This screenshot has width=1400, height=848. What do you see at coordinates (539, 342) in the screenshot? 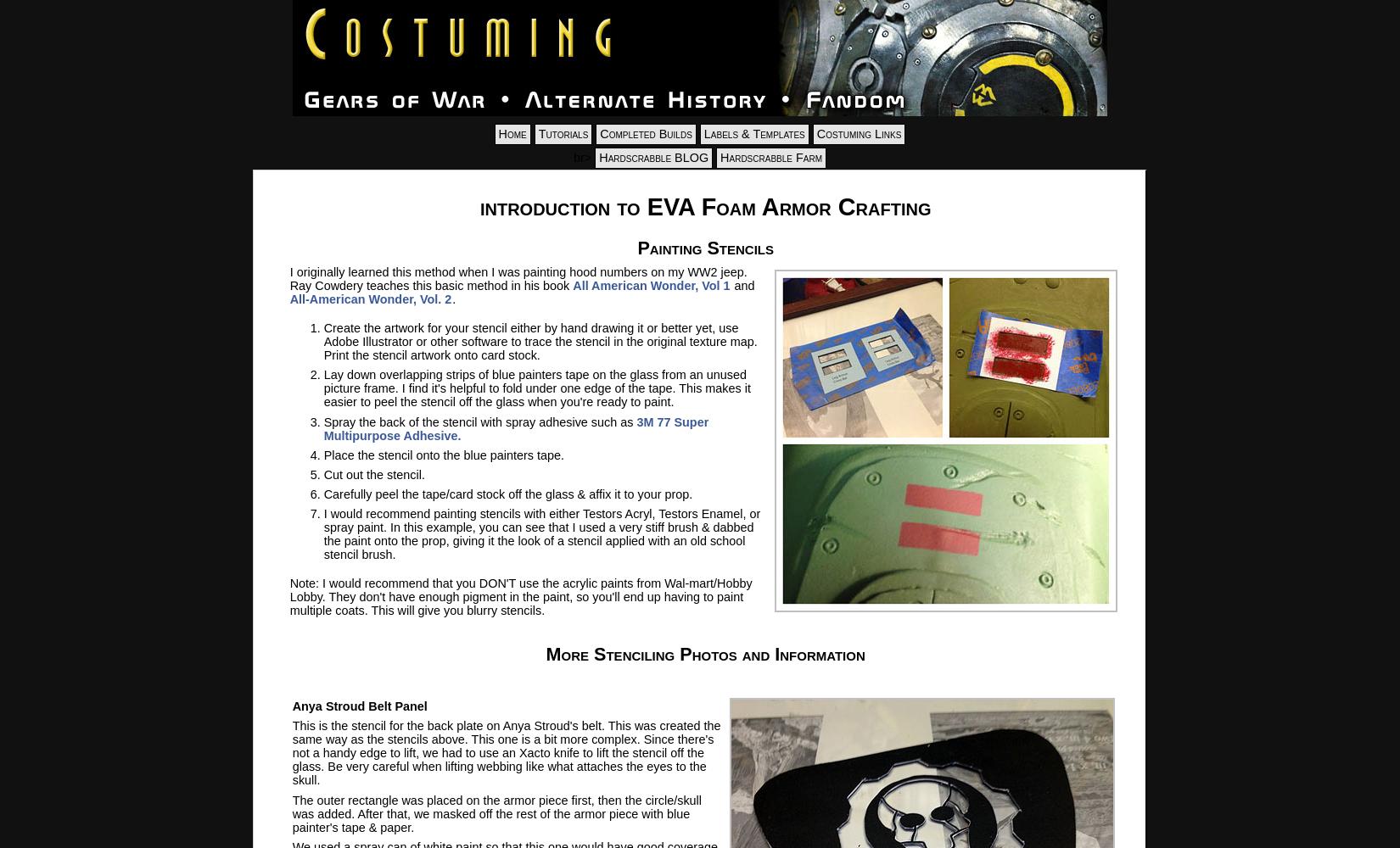
I see `'Create the artwork for your stencil either by hand drawing it or better yet, use Adobe Illustrator or other software to trace the stencil 
  in the original texture map. Print the stencil artwork onto card stock.'` at bounding box center [539, 342].